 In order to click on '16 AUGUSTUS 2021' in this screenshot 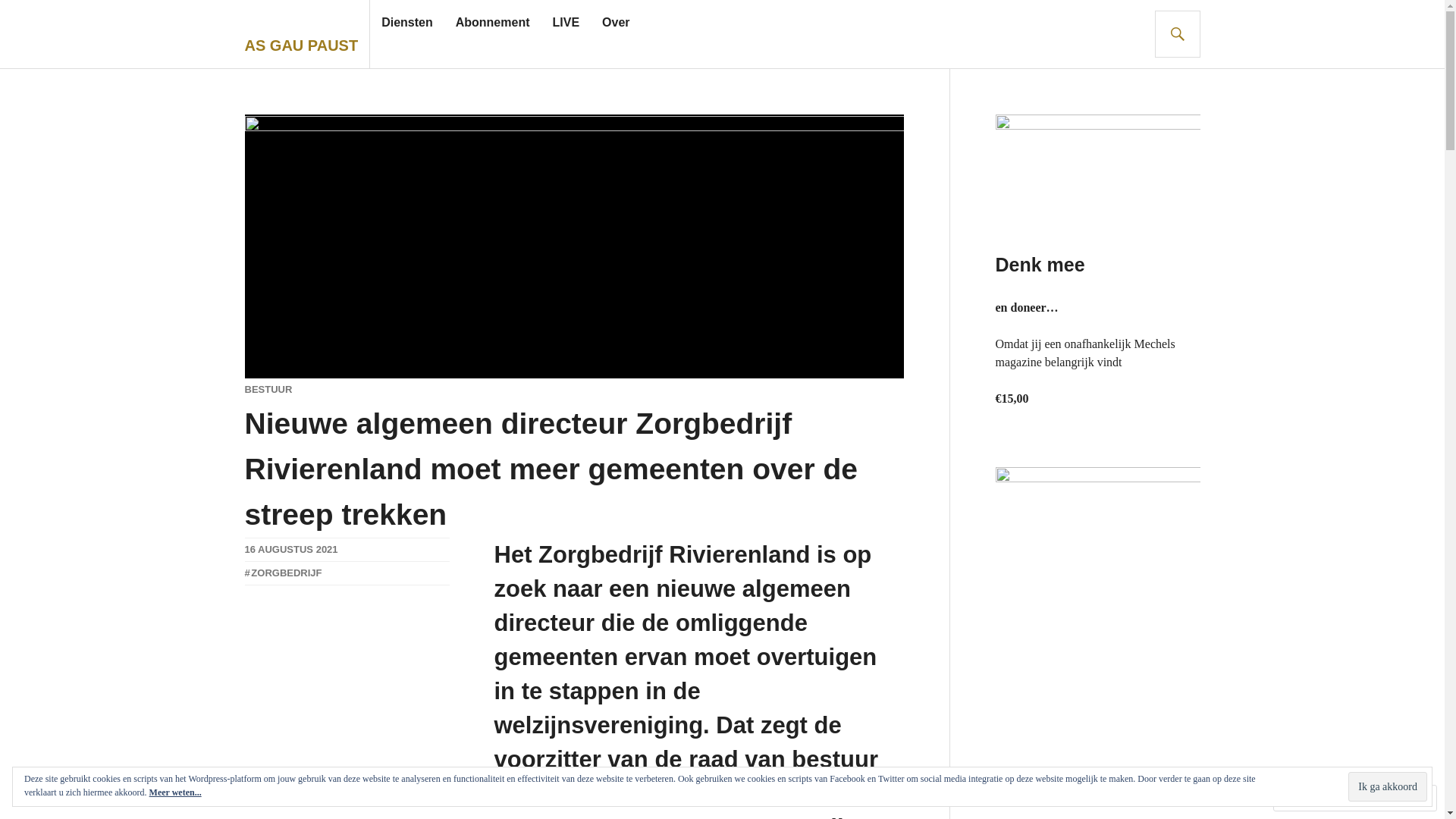, I will do `click(290, 549)`.